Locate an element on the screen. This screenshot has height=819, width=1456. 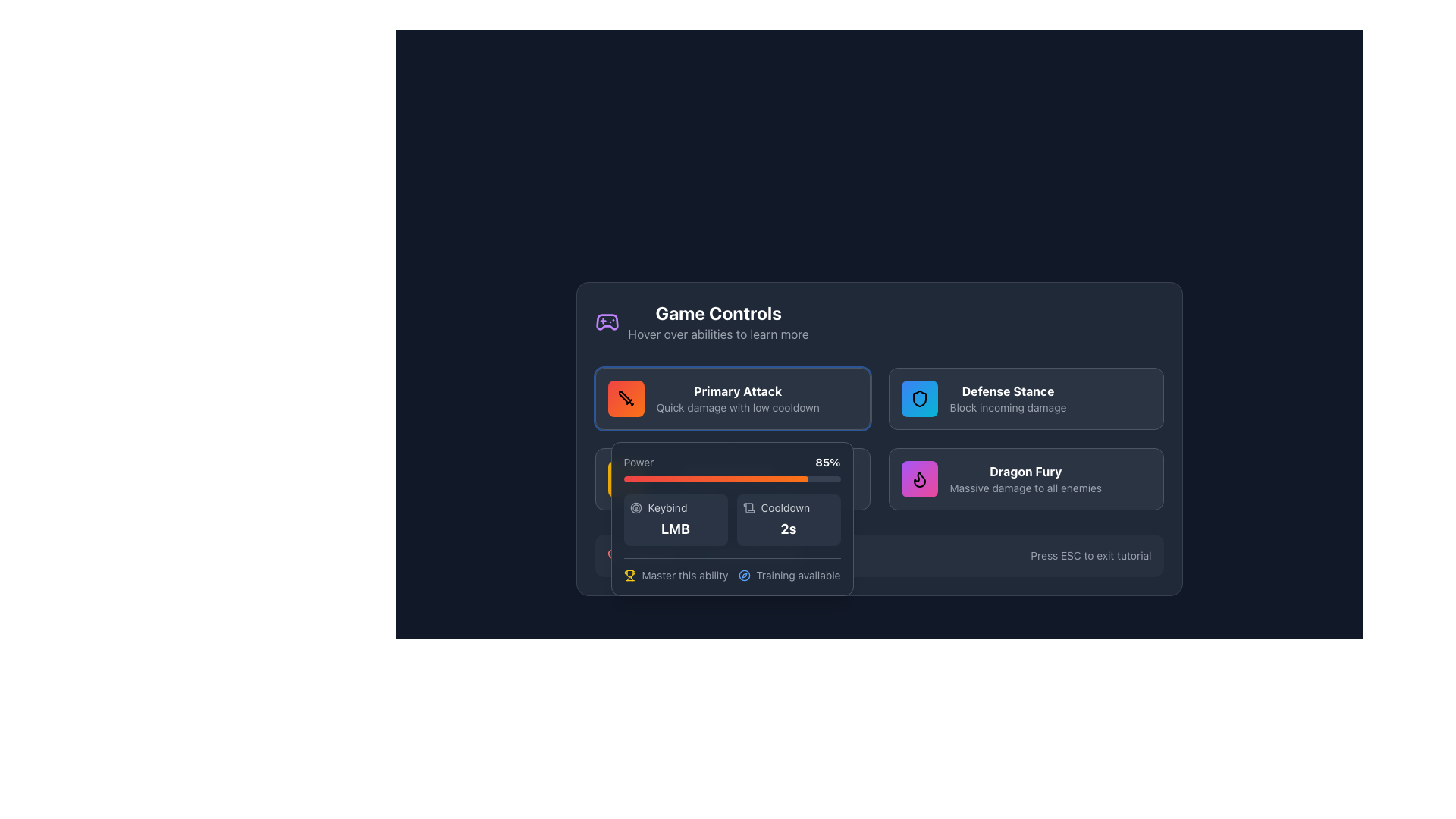
the blue compass icon SVG element located in the bottom left area of the 'Training Available' tooltip is located at coordinates (744, 576).